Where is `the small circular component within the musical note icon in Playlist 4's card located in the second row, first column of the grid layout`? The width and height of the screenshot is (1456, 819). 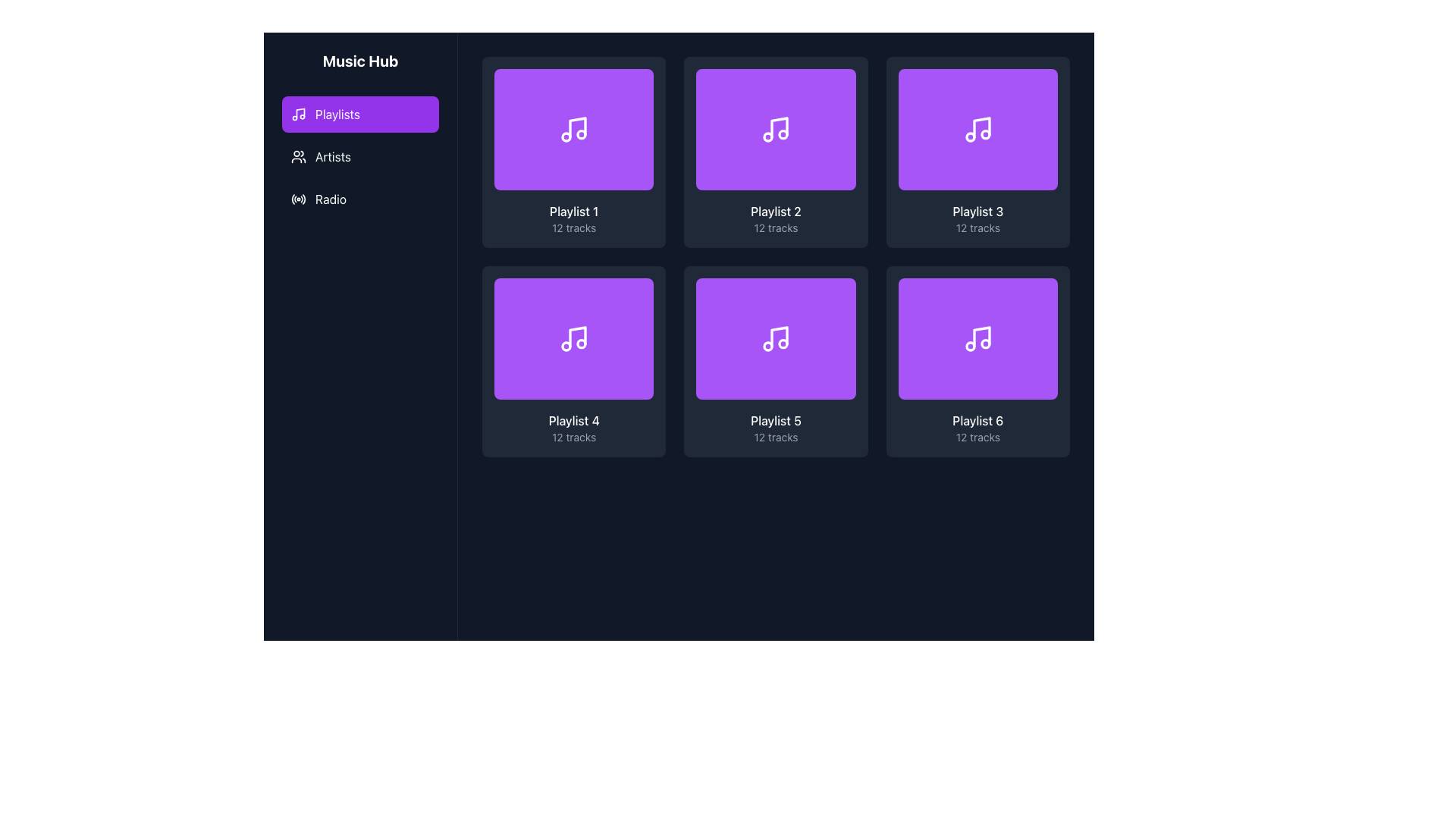
the small circular component within the musical note icon in Playlist 4's card located in the second row, first column of the grid layout is located at coordinates (581, 344).